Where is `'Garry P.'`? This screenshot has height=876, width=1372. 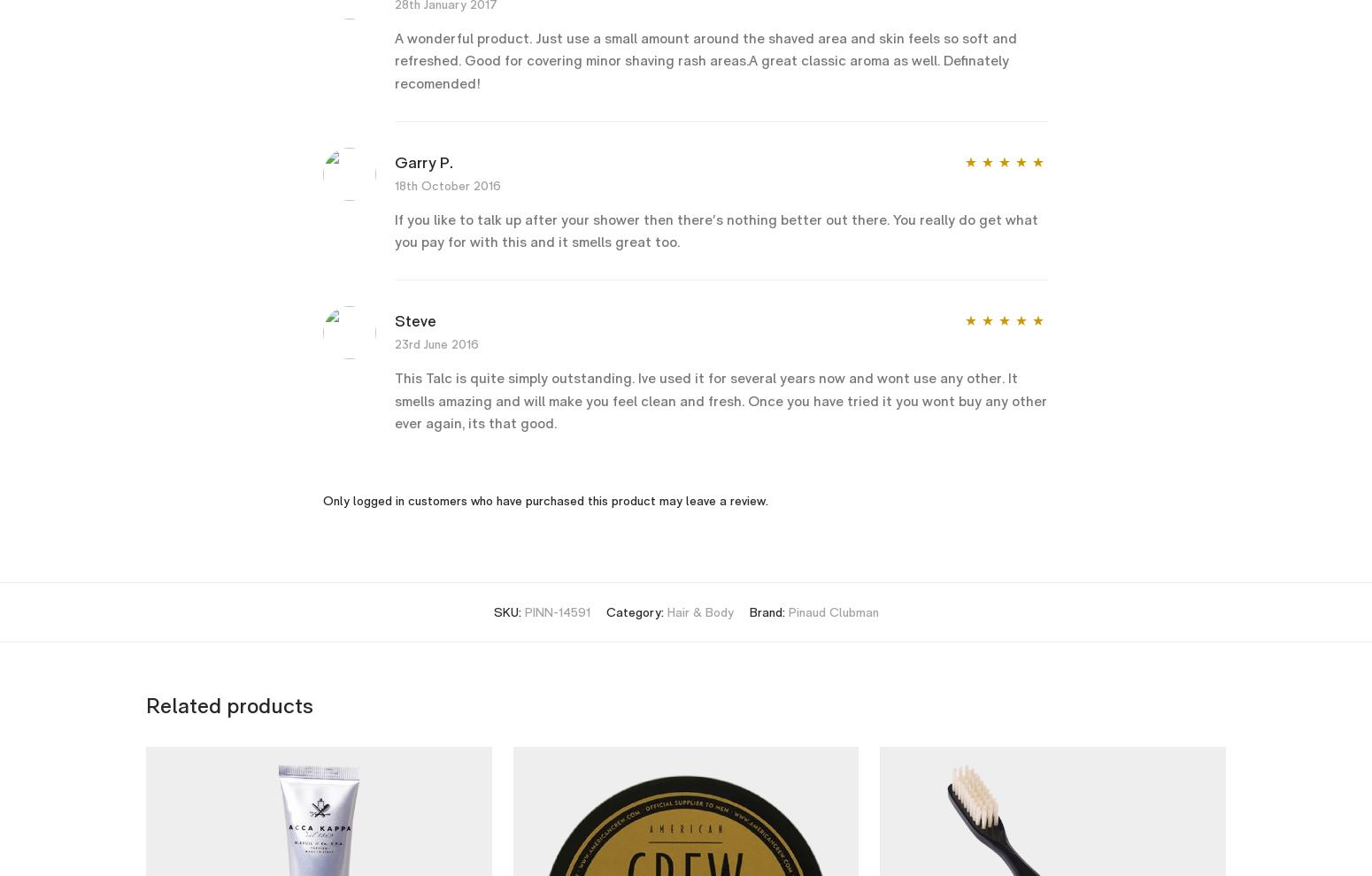
'Garry P.' is located at coordinates (422, 162).